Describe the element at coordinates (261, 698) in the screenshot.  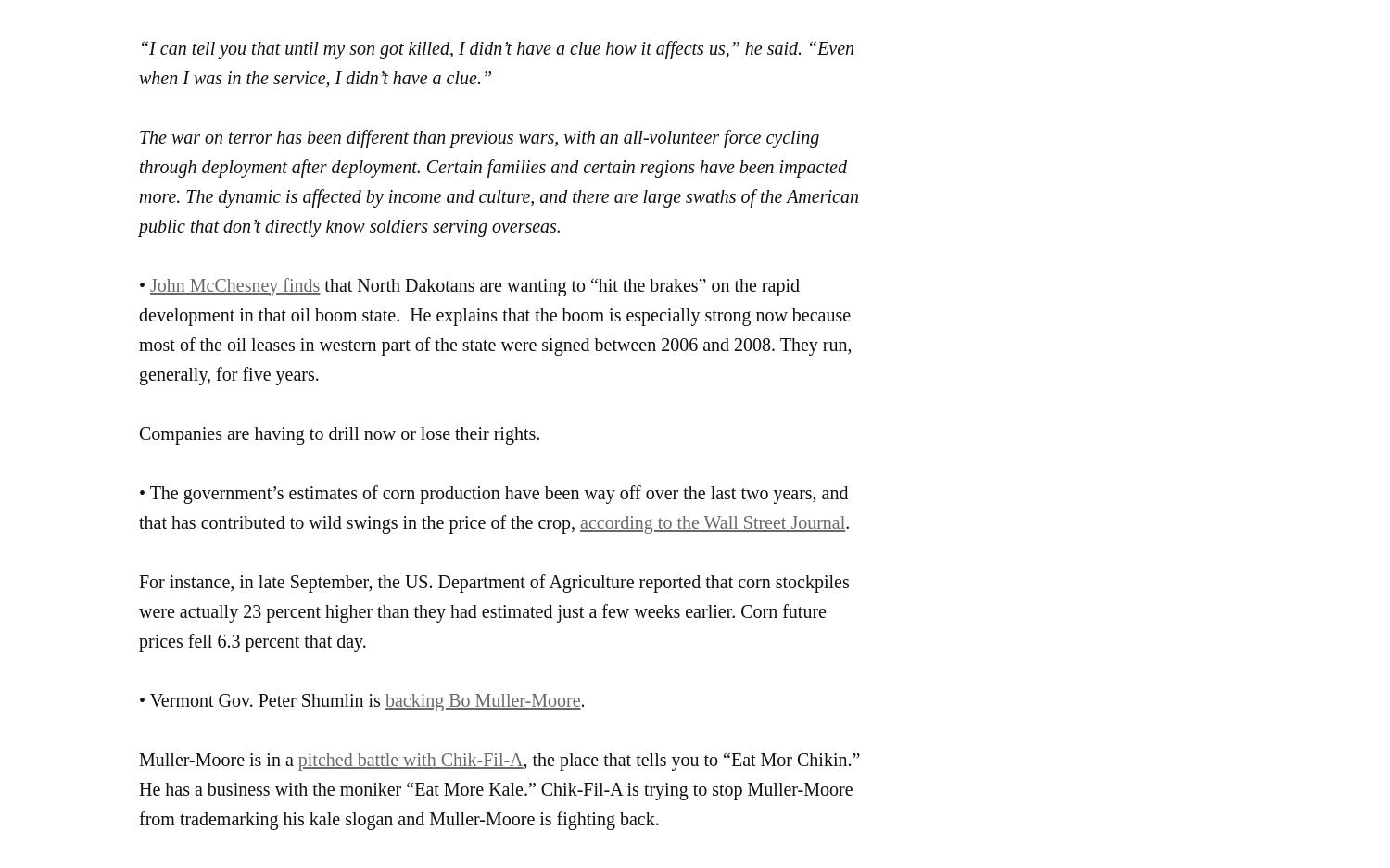
I see `'• Vermont Gov. Peter Shumlin is'` at that location.